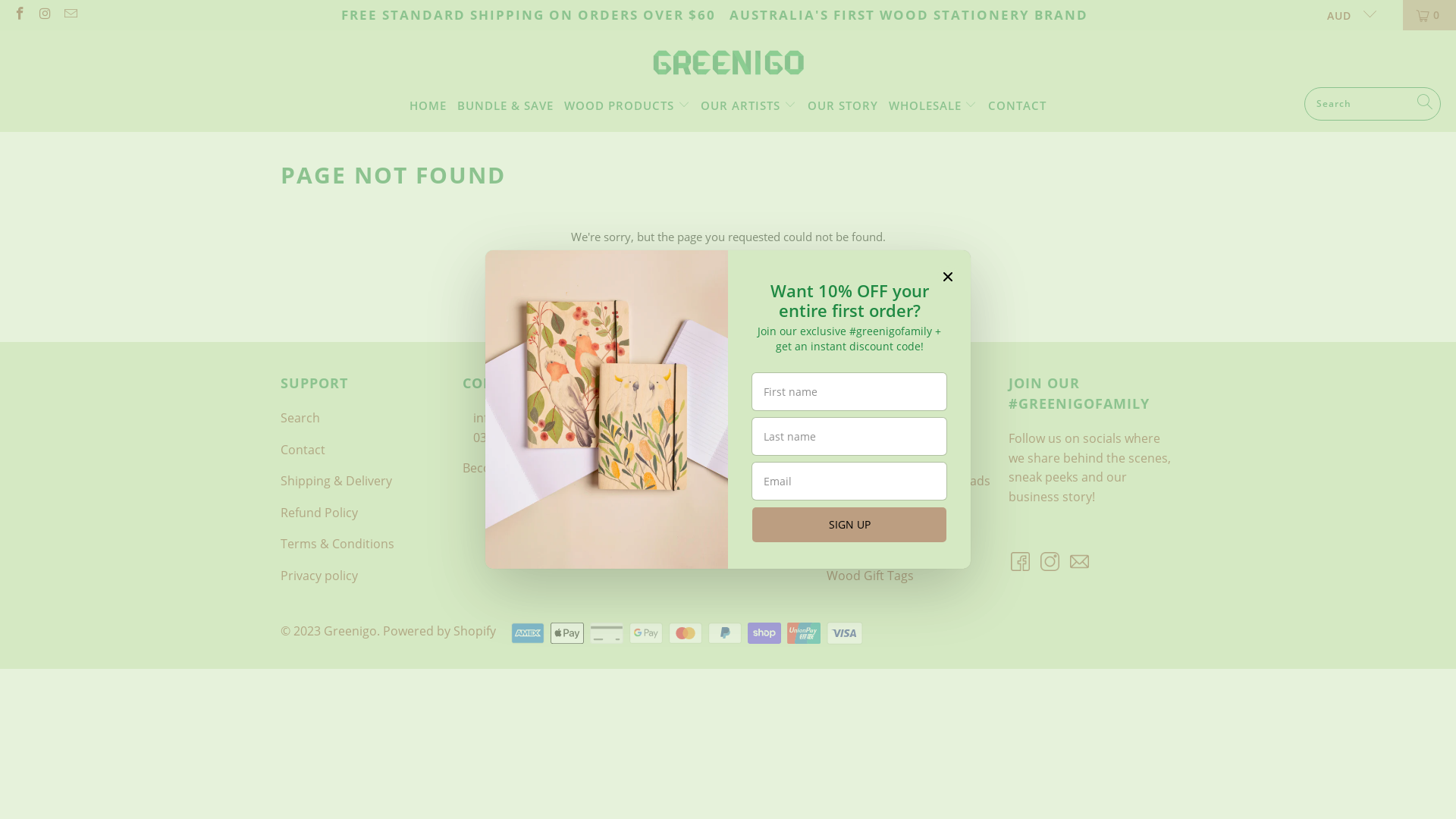 The image size is (1456, 819). Describe the element at coordinates (1313, 14) in the screenshot. I see `'AUD'` at that location.